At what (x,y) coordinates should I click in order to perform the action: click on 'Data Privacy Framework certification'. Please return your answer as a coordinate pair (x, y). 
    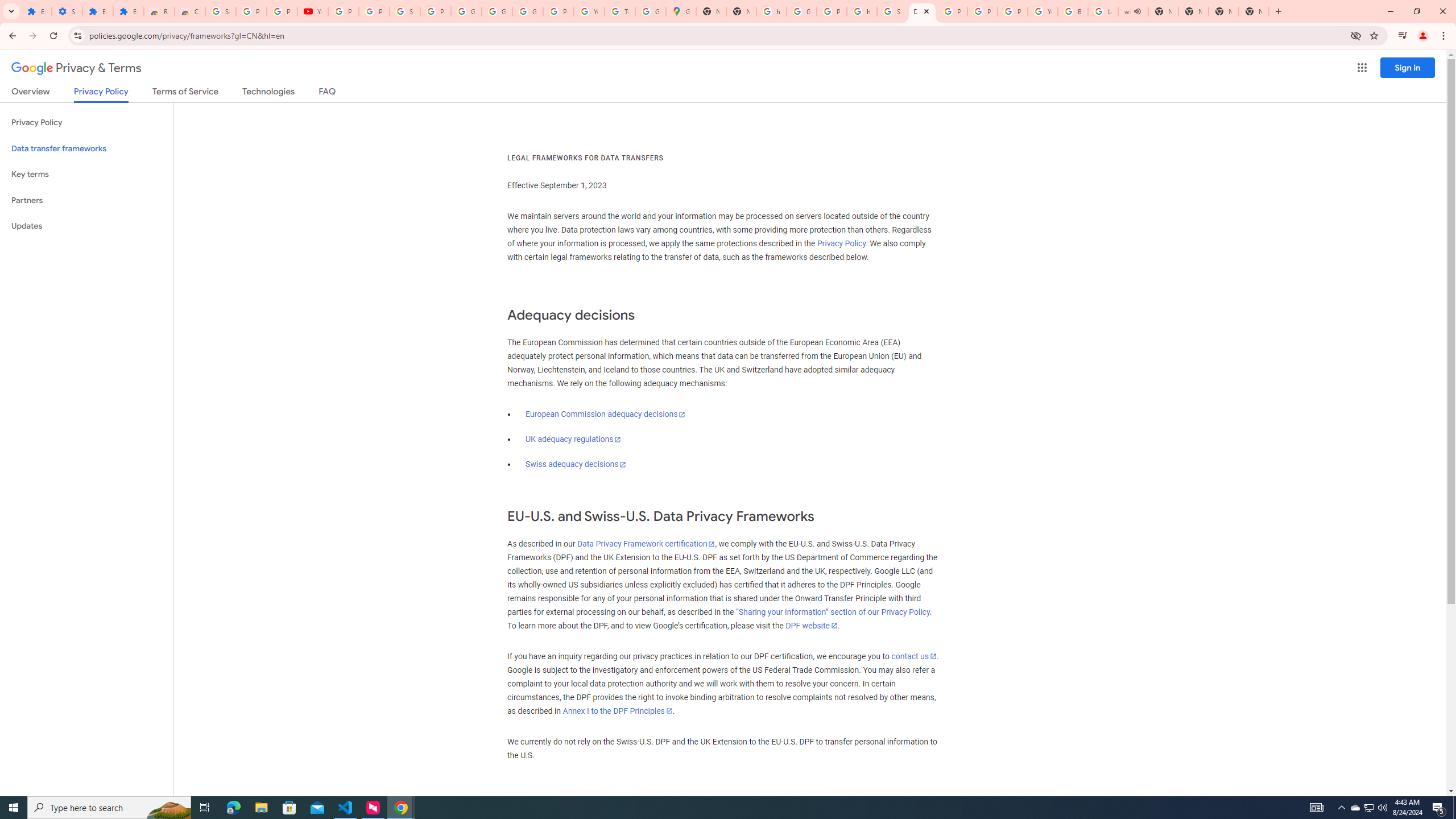
    Looking at the image, I should click on (645, 543).